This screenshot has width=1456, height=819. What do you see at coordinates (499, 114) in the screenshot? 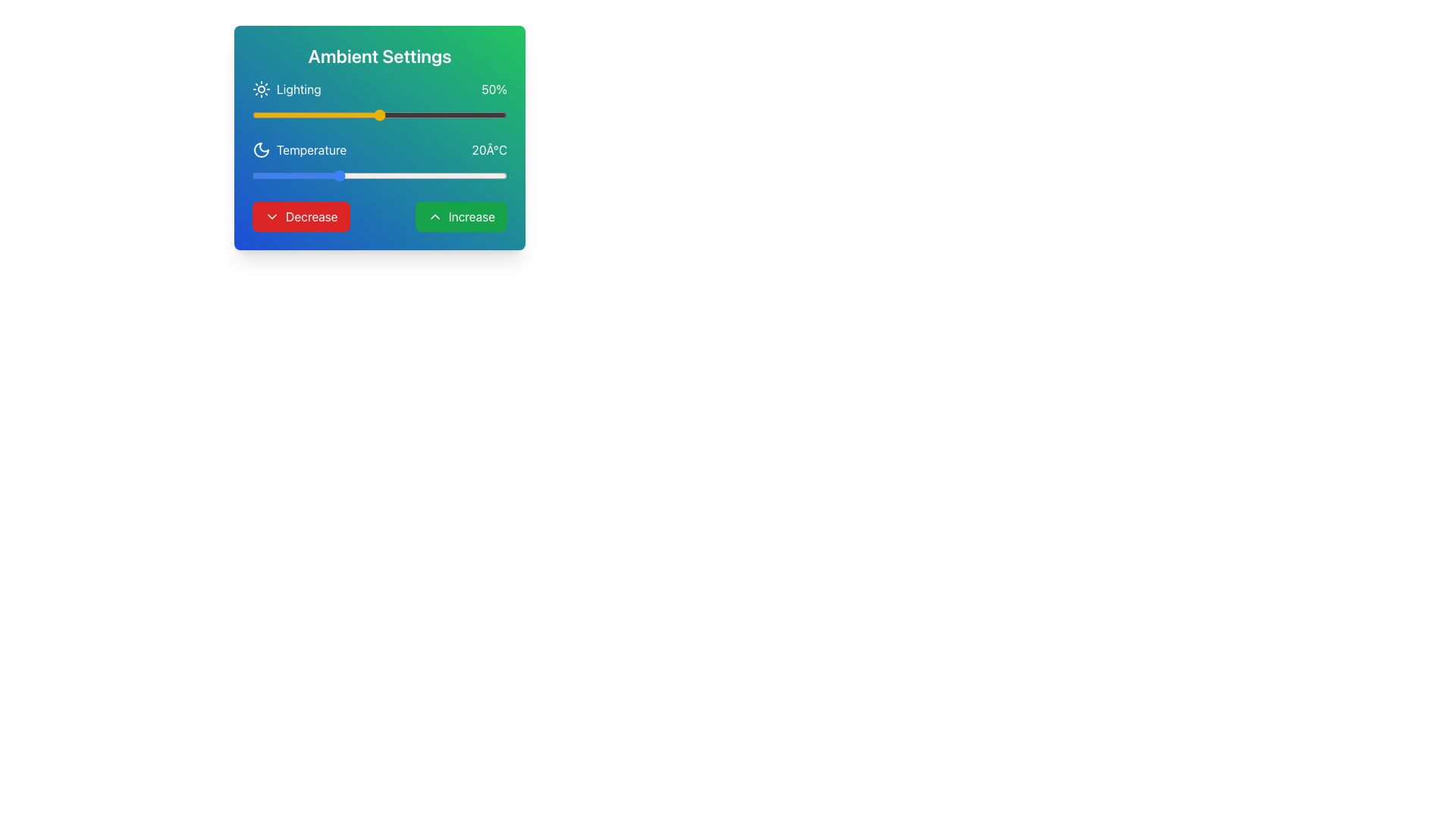
I see `brightness level` at bounding box center [499, 114].